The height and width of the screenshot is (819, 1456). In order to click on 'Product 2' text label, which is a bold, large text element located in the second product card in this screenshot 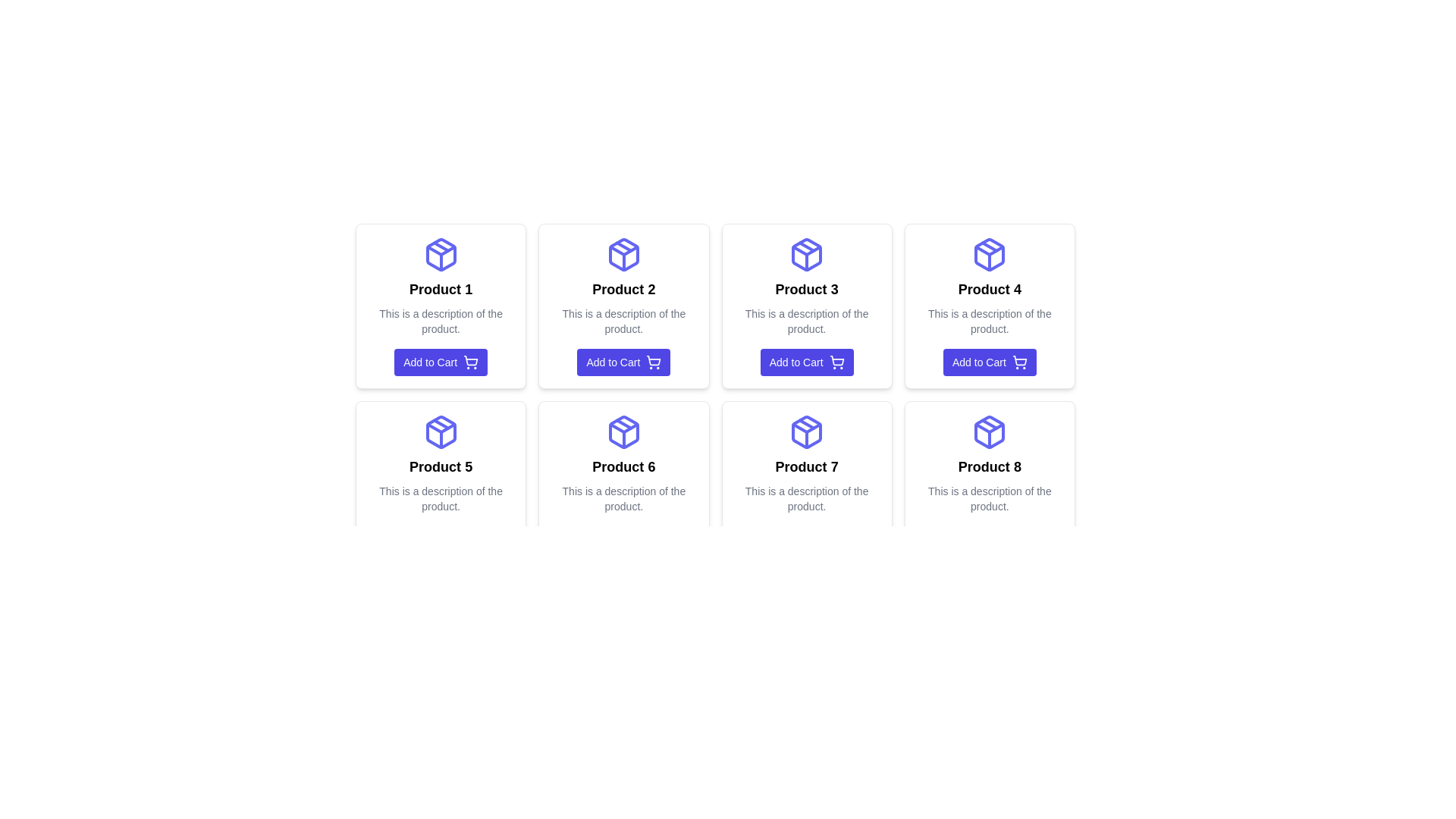, I will do `click(623, 289)`.